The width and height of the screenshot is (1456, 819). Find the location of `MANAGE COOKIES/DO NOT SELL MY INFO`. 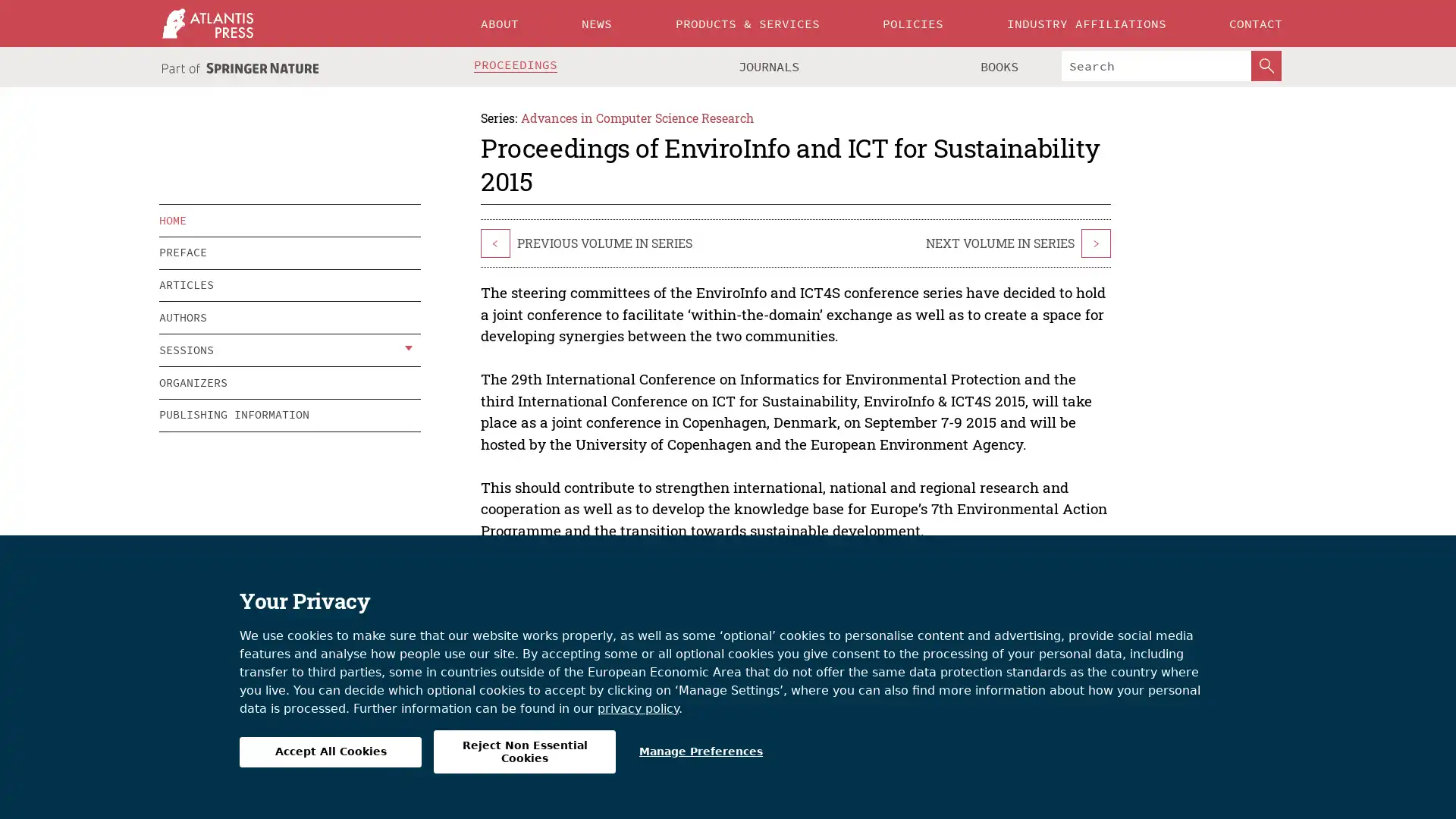

MANAGE COOKIES/DO NOT SELL MY INFO is located at coordinates (847, 780).